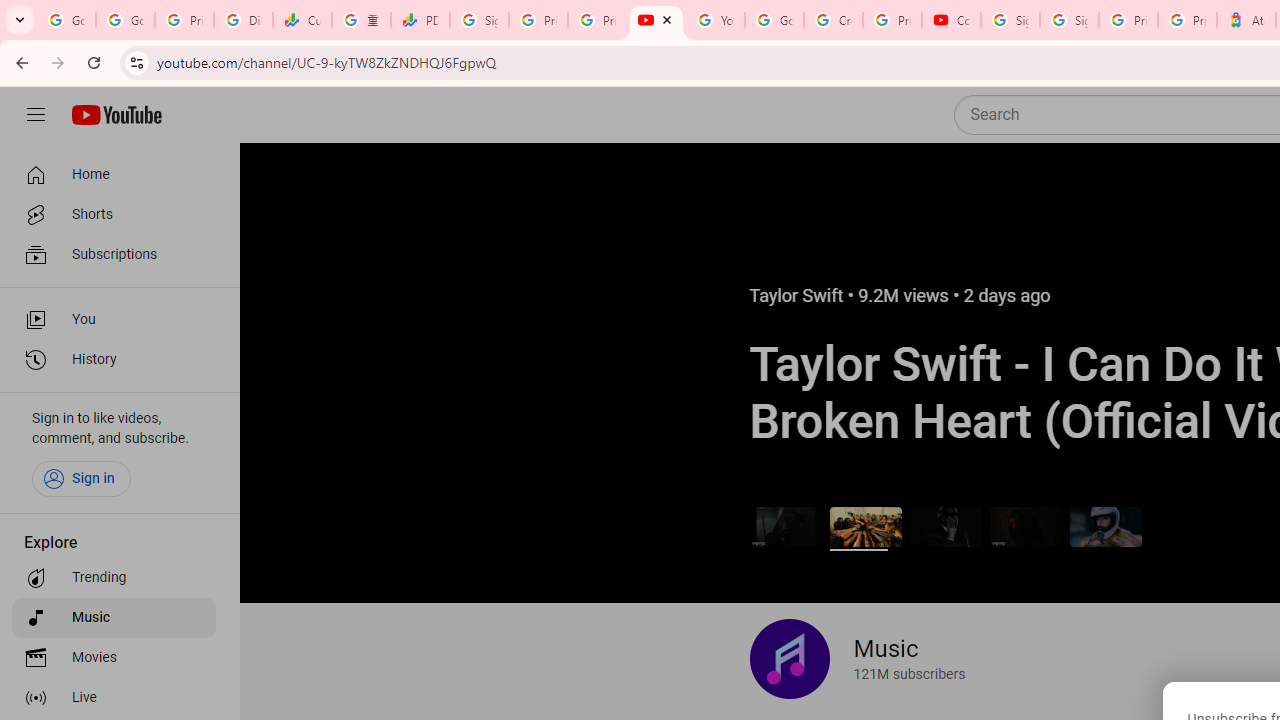 The width and height of the screenshot is (1280, 720). What do you see at coordinates (1068, 20) in the screenshot?
I see `'Sign in - Google Accounts'` at bounding box center [1068, 20].